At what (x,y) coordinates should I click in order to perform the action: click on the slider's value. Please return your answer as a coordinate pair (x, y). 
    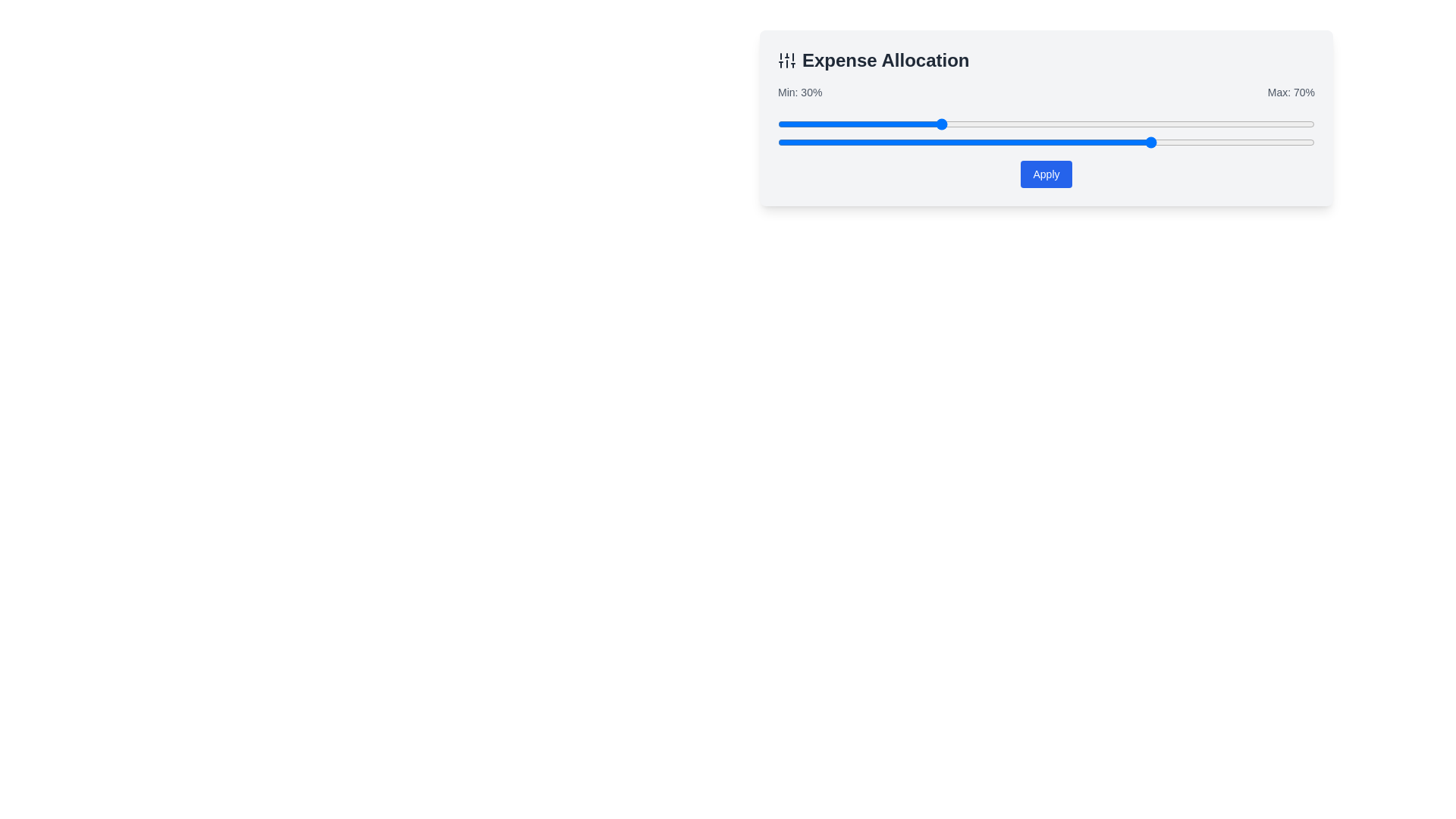
    Looking at the image, I should click on (1201, 143).